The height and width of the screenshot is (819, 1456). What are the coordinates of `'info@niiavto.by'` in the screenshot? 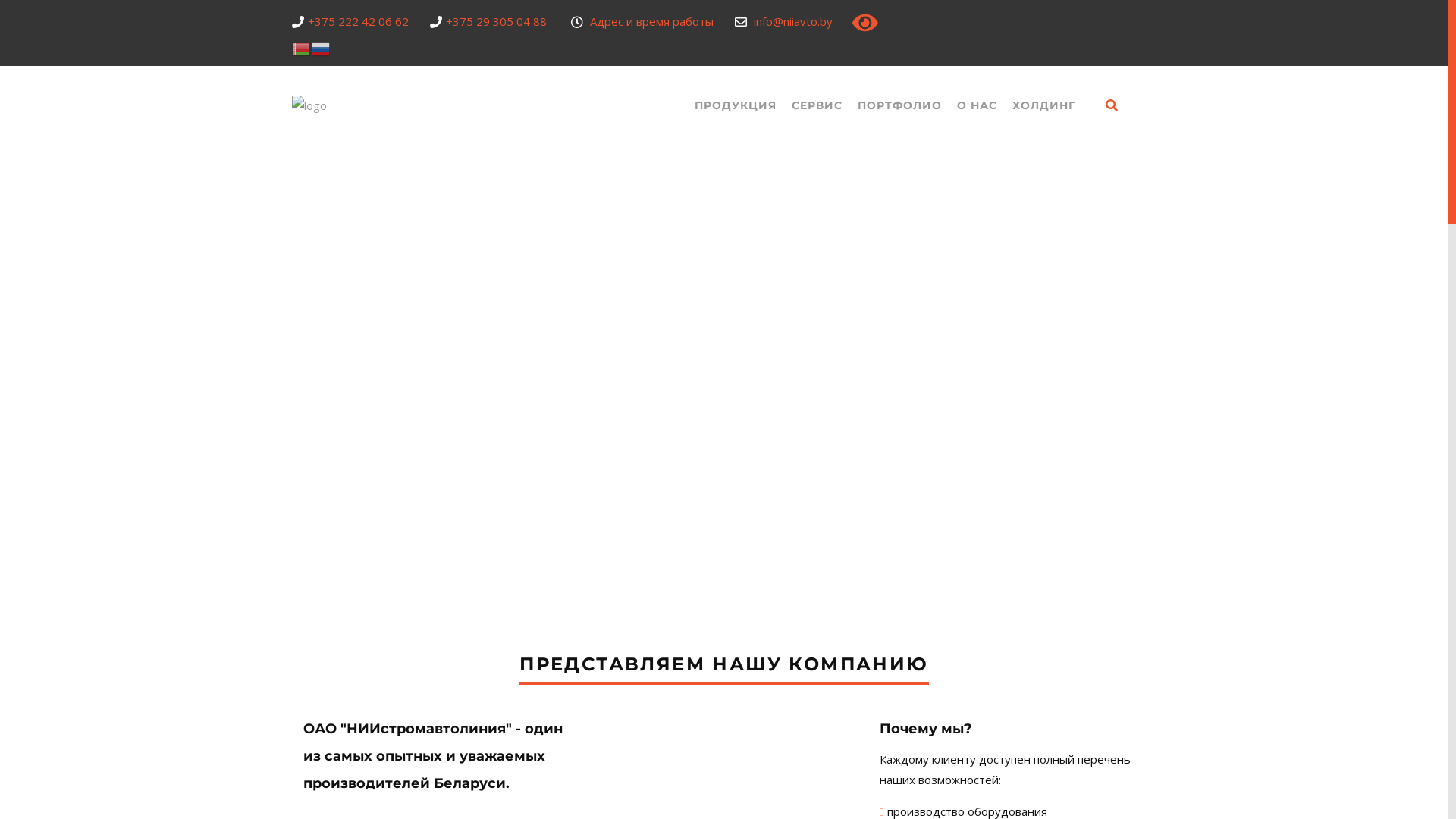 It's located at (792, 20).